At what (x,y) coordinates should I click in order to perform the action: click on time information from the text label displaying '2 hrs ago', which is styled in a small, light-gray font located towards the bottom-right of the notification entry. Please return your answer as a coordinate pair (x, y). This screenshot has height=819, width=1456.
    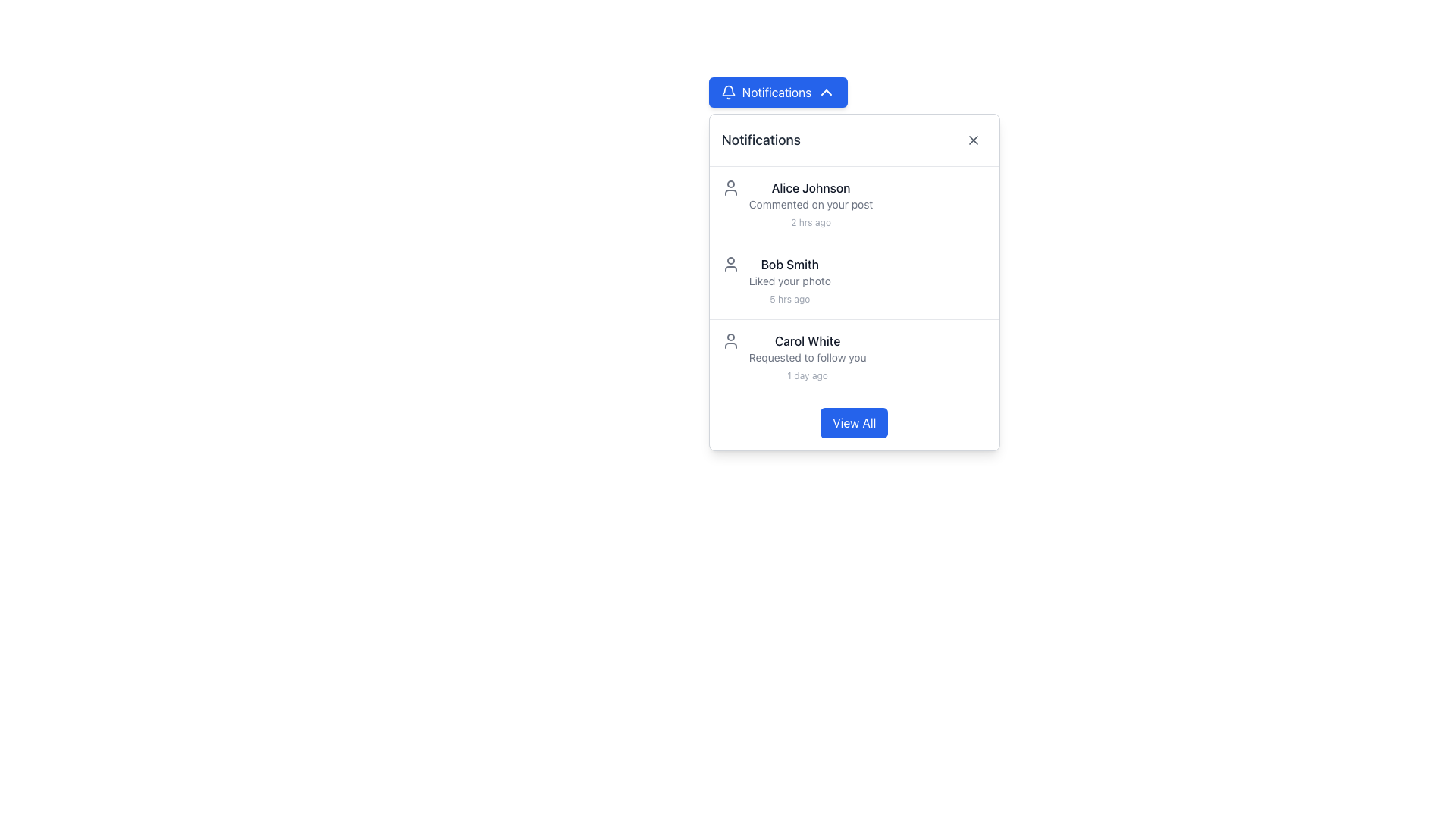
    Looking at the image, I should click on (810, 222).